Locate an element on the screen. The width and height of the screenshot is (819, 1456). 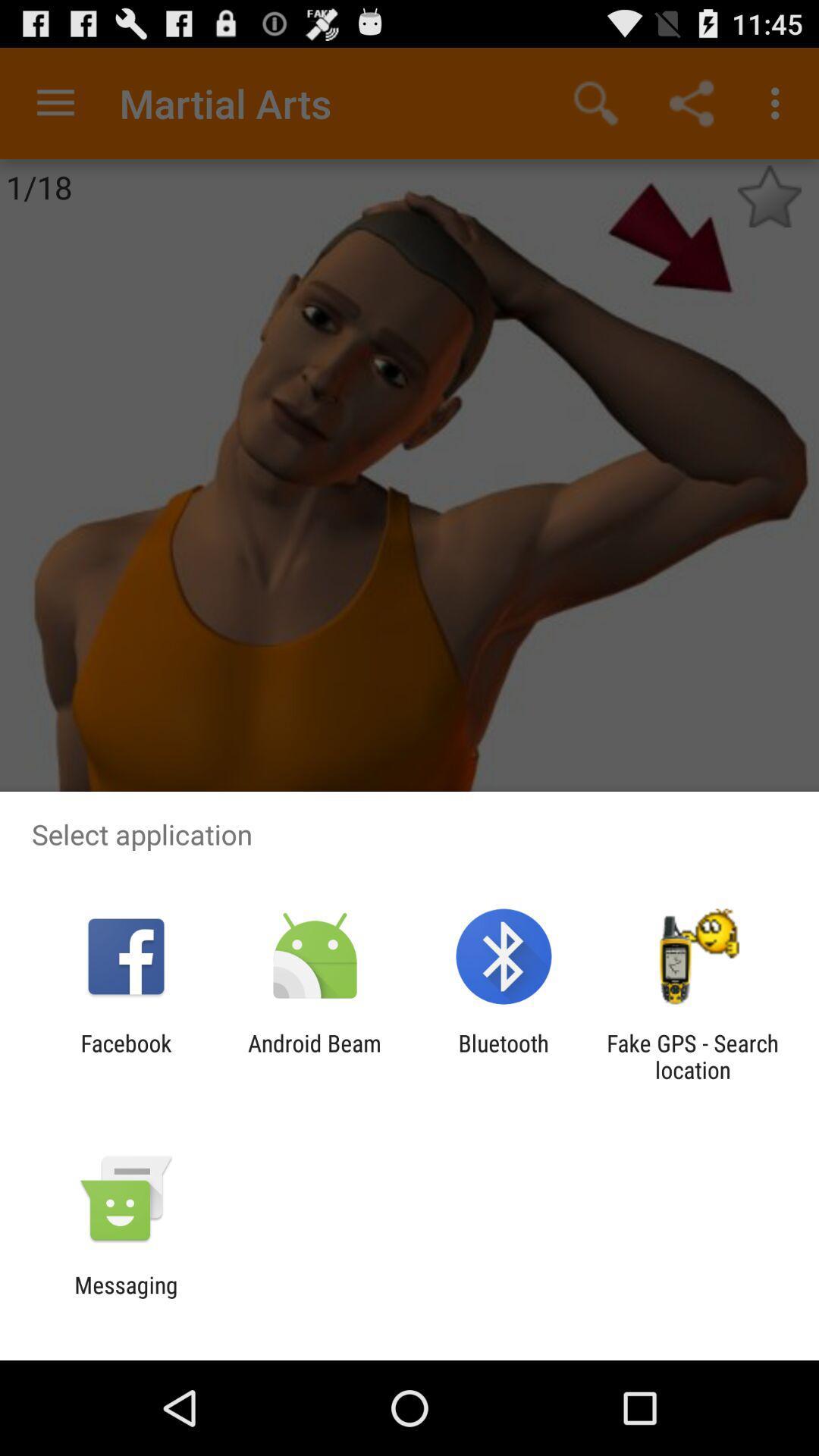
bluetooth app is located at coordinates (504, 1056).